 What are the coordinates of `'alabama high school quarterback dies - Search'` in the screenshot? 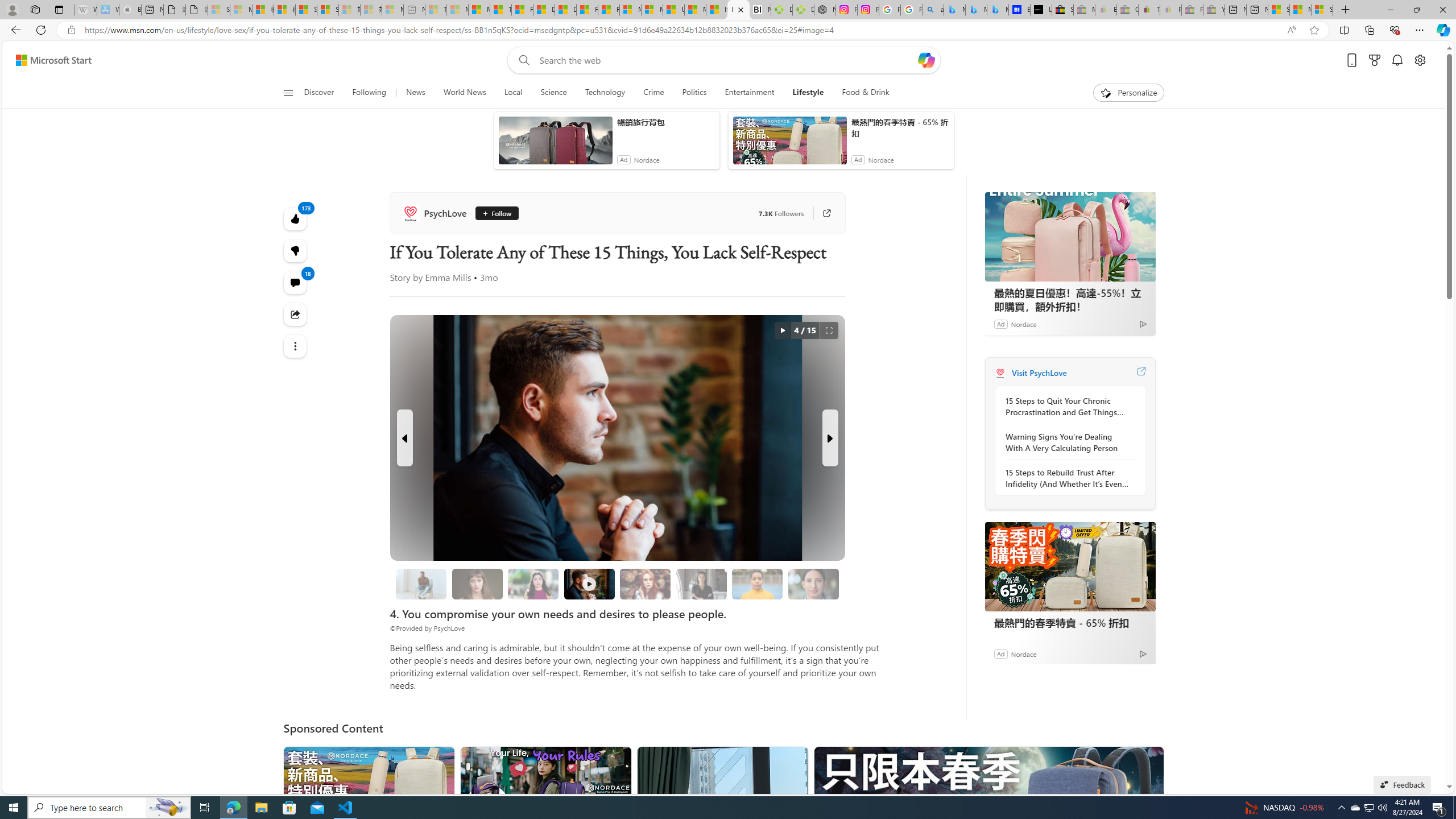 It's located at (932, 9).